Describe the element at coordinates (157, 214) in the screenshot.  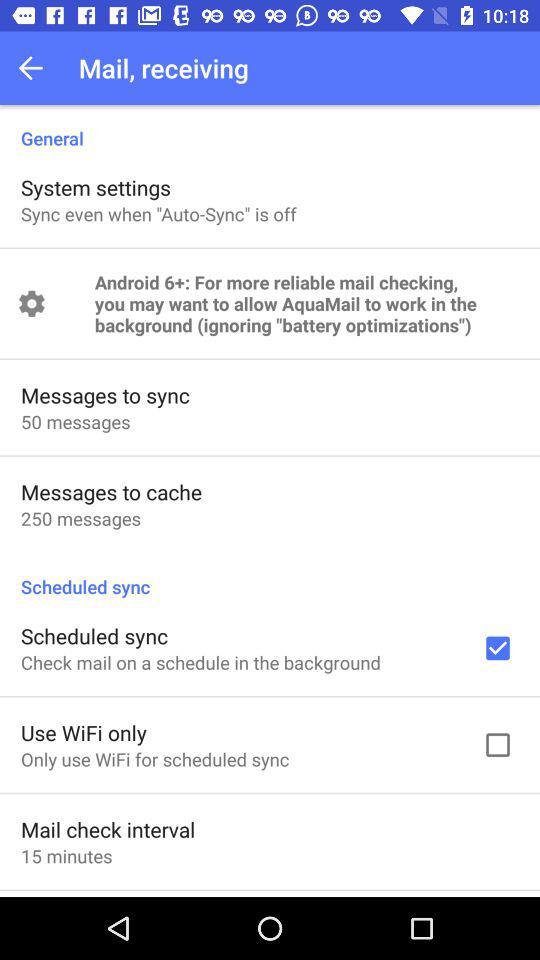
I see `app below system settings` at that location.